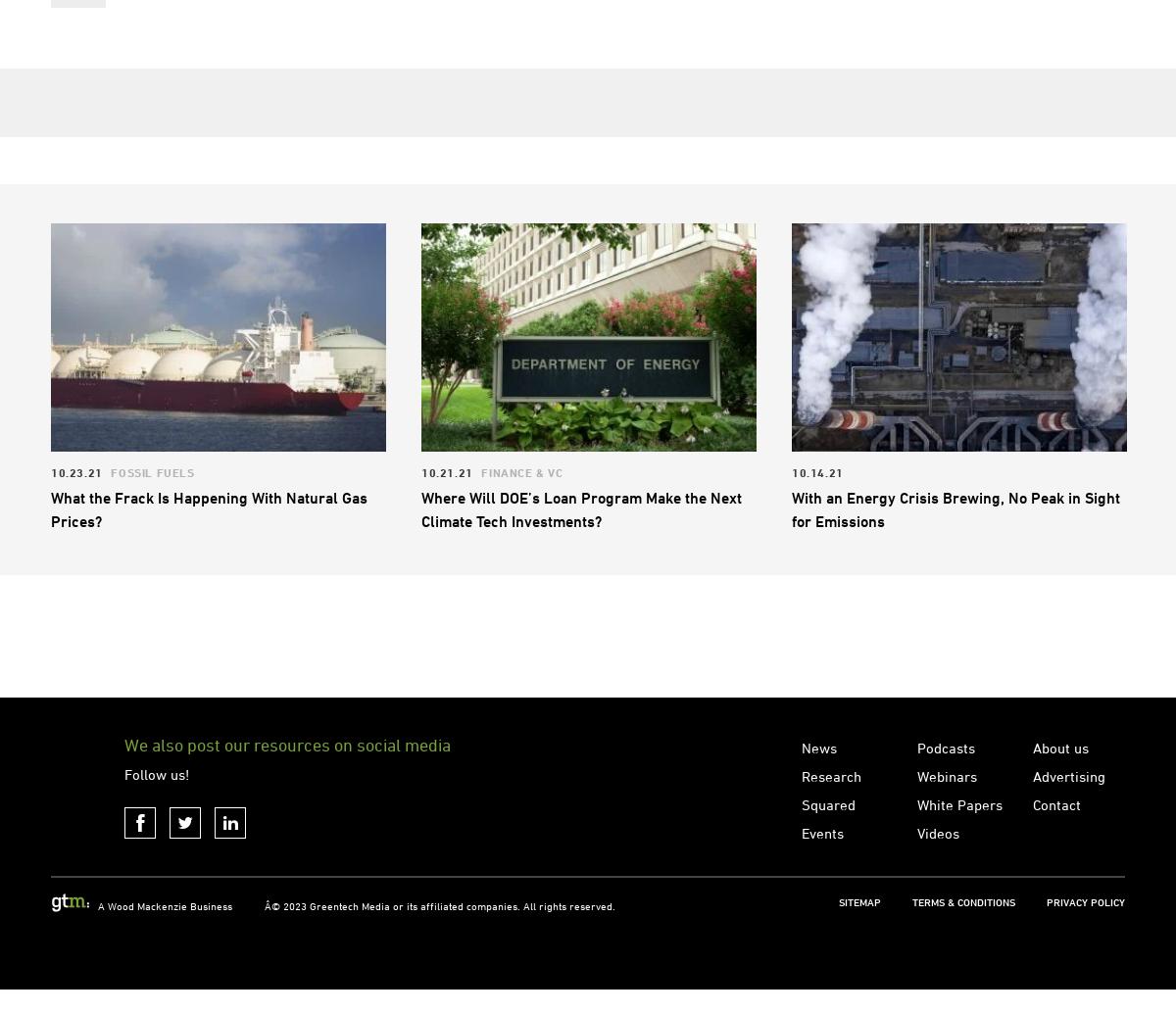  I want to click on 'Squared', so click(801, 886).